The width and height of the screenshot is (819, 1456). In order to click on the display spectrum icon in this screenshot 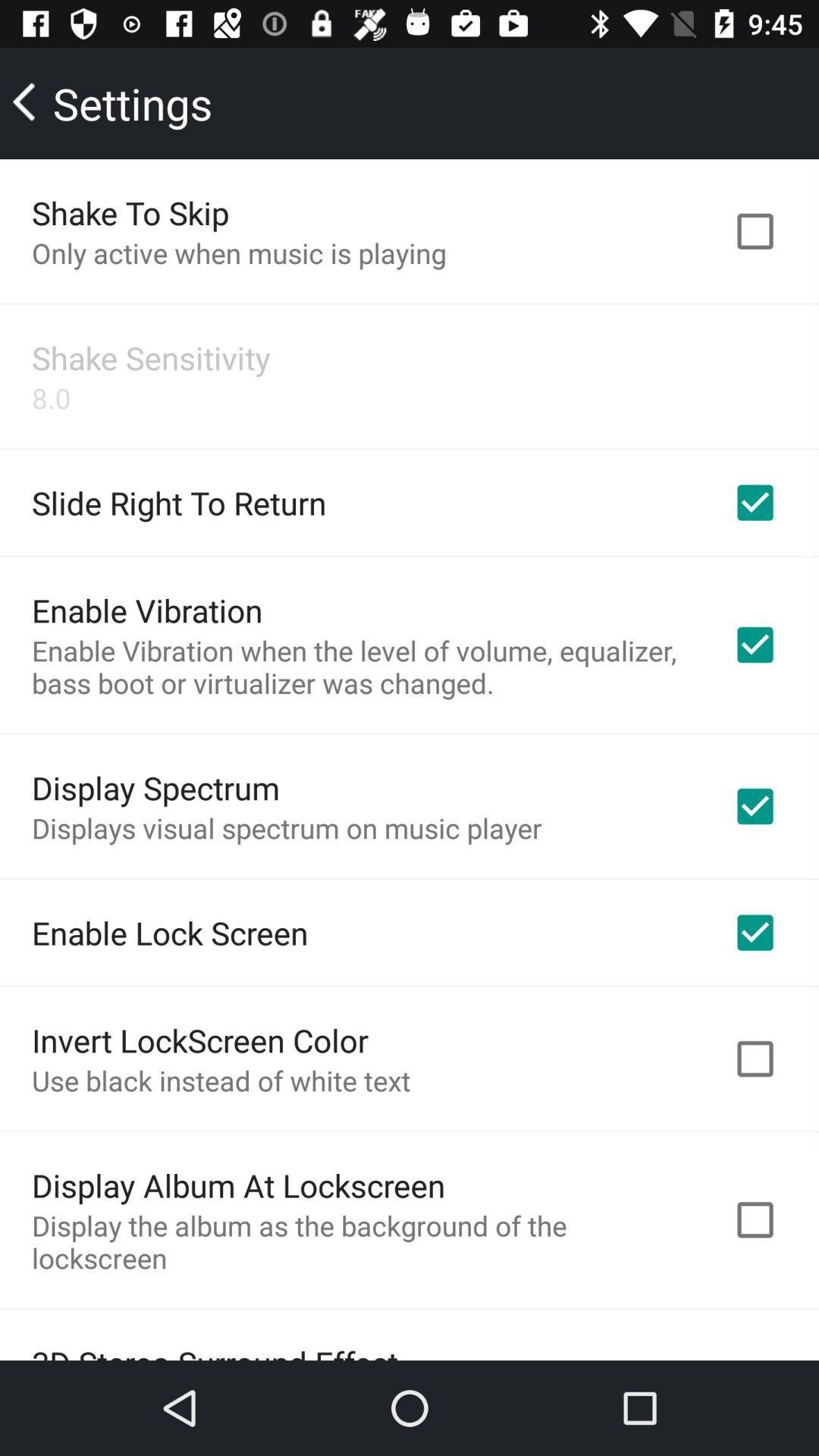, I will do `click(155, 787)`.